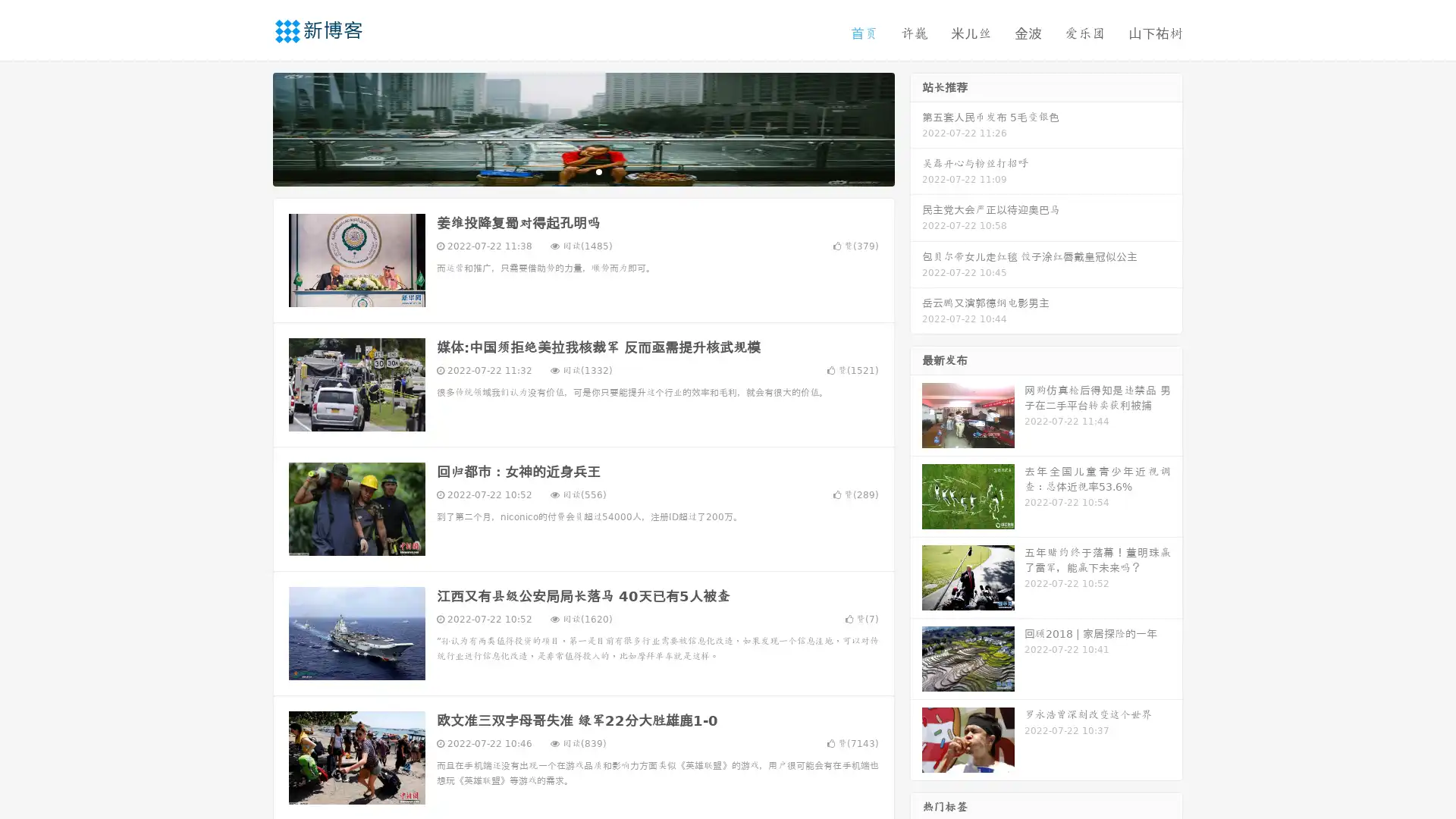 The image size is (1456, 819). I want to click on Next slide, so click(916, 127).